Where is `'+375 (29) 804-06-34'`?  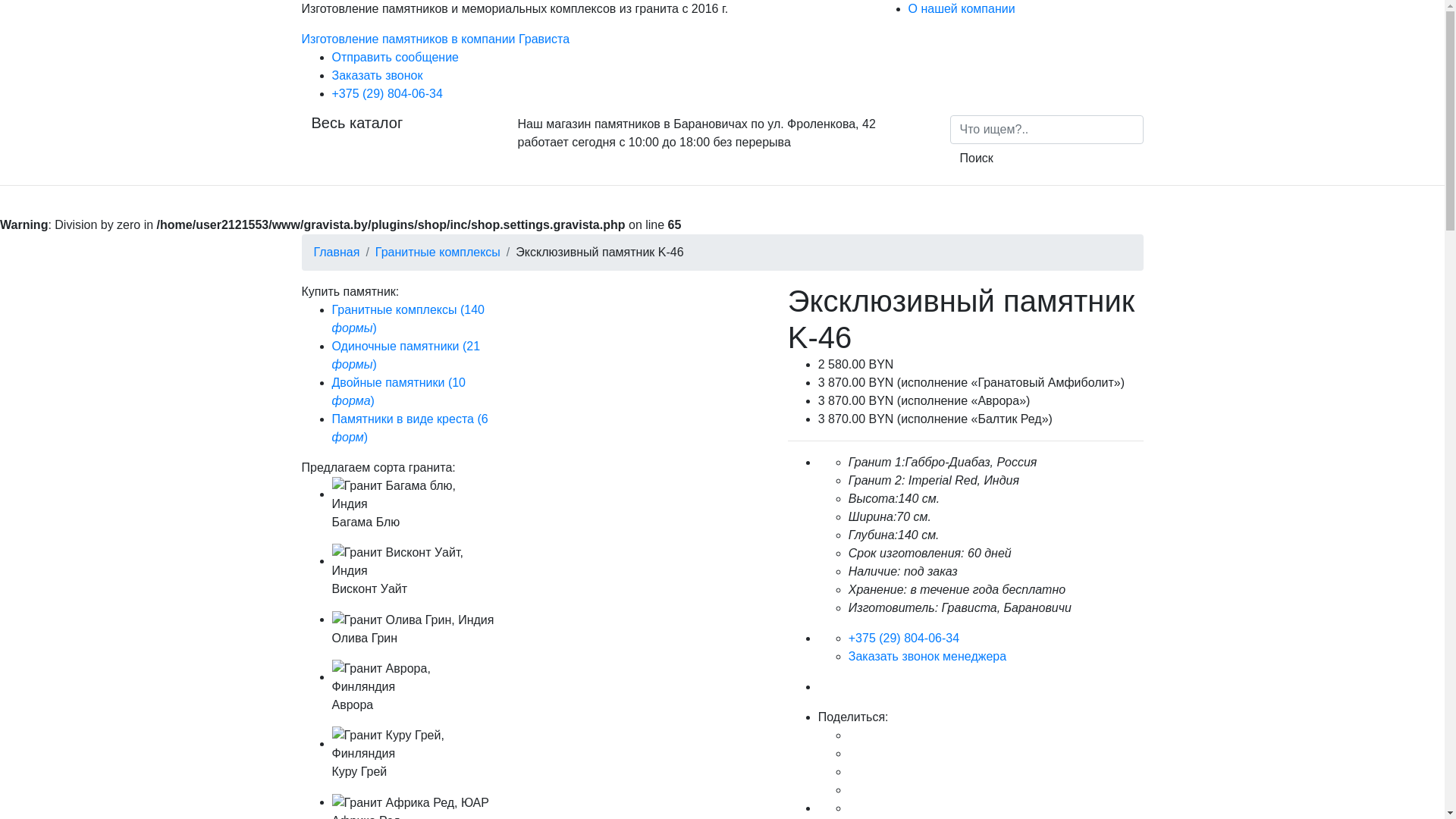
'+375 (29) 804-06-34' is located at coordinates (387, 93).